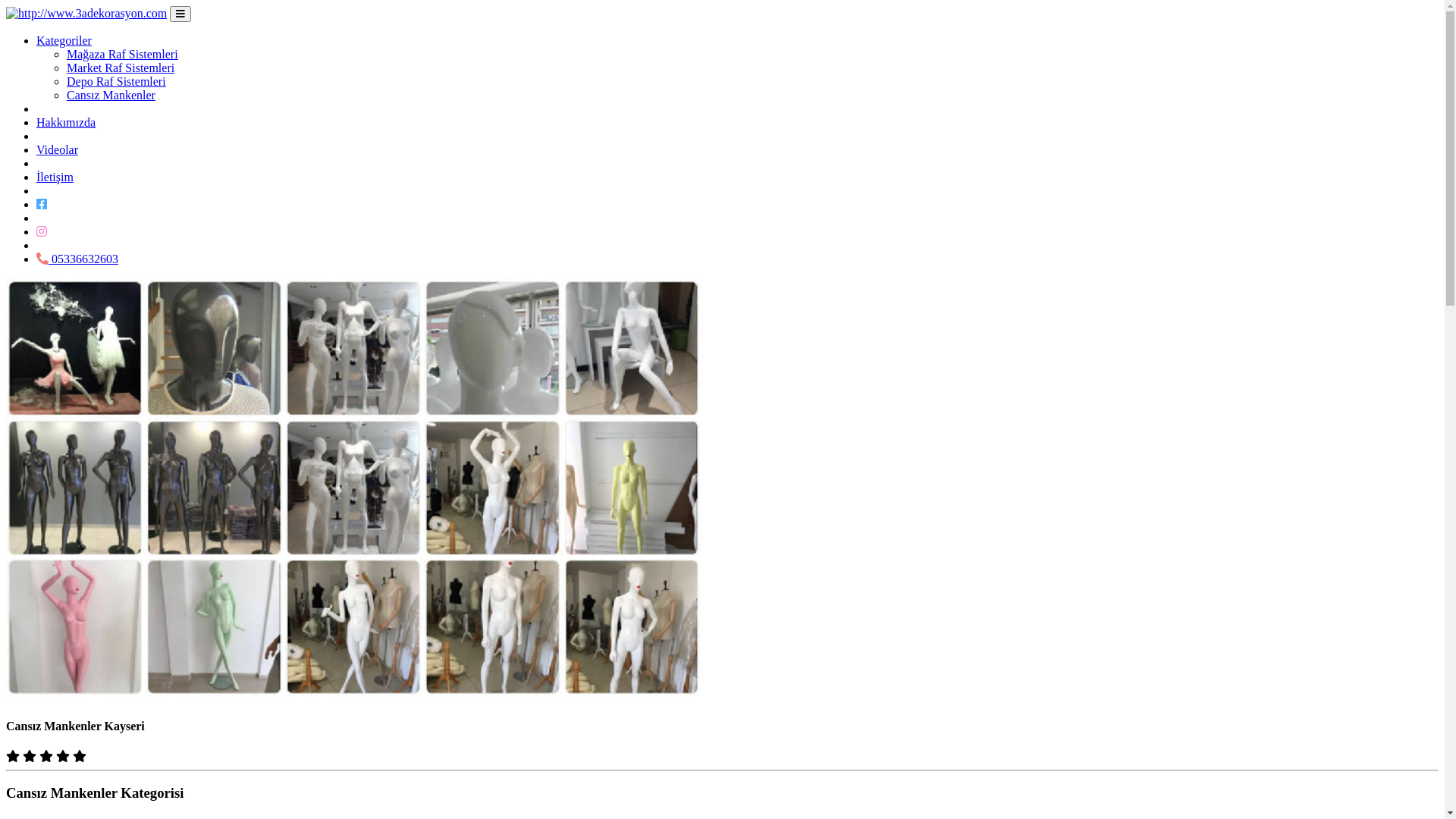  I want to click on 'Kategoriler', so click(63, 39).